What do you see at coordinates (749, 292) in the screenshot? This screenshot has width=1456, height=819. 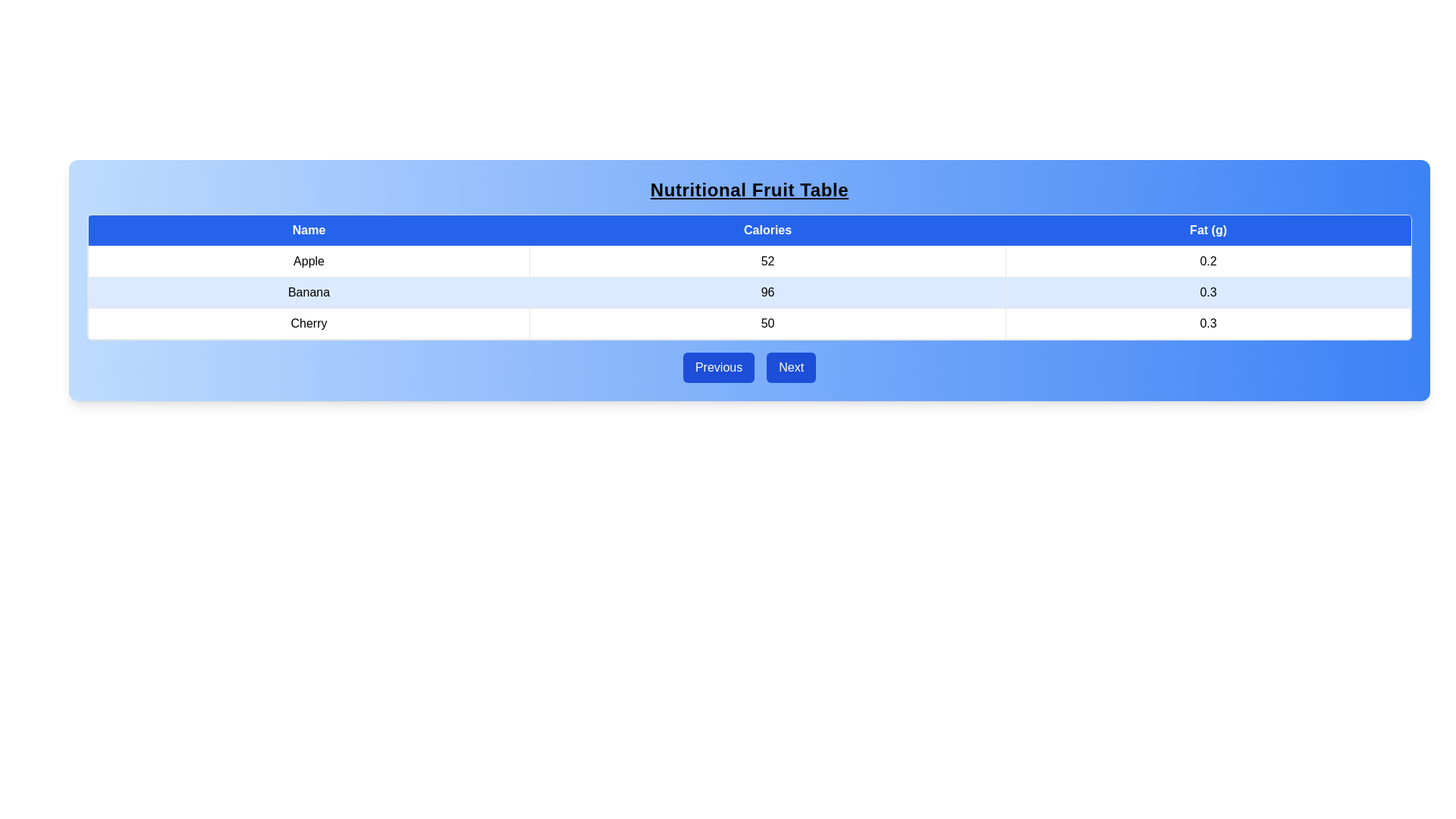 I see `the second row in the nutritional information table, which includes 'Banana', '96', and '0.3'` at bounding box center [749, 292].